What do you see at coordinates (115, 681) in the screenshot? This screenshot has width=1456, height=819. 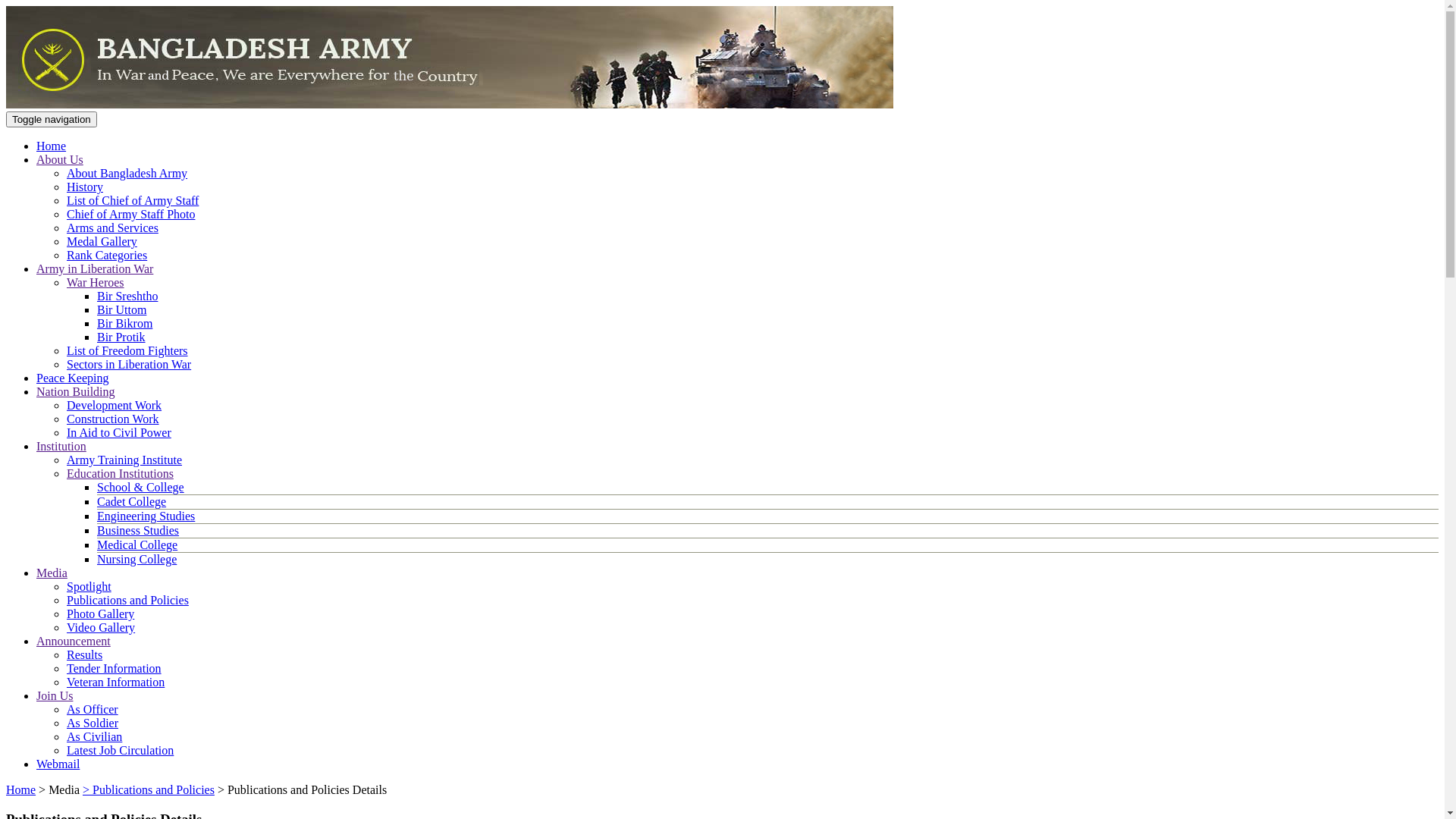 I see `'Veteran Information'` at bounding box center [115, 681].